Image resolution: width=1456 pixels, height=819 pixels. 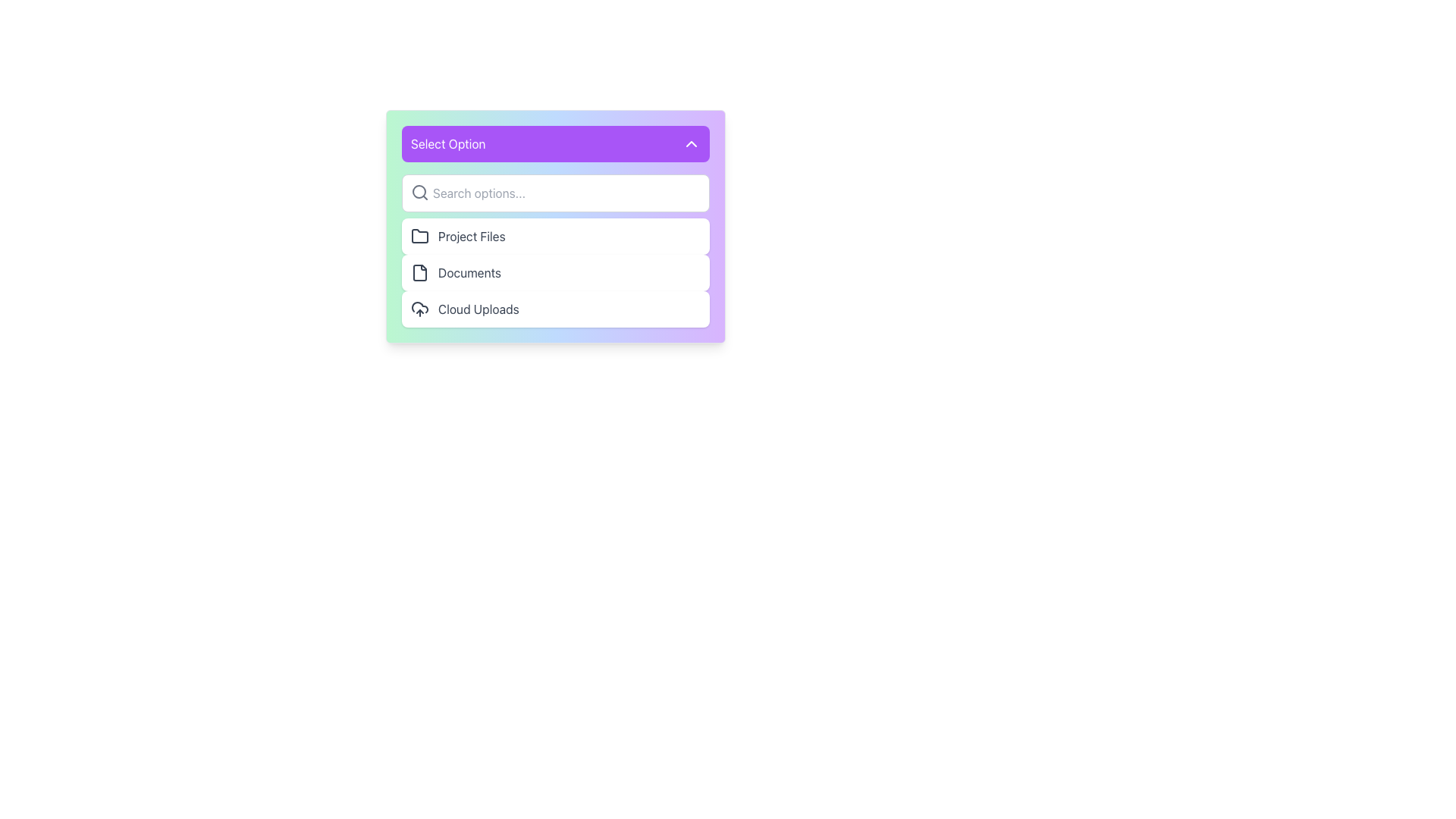 What do you see at coordinates (419, 271) in the screenshot?
I see `the file icon, which is a thin-lined, rectangular outline with a folded corner, located to the left of the 'Documents' text` at bounding box center [419, 271].